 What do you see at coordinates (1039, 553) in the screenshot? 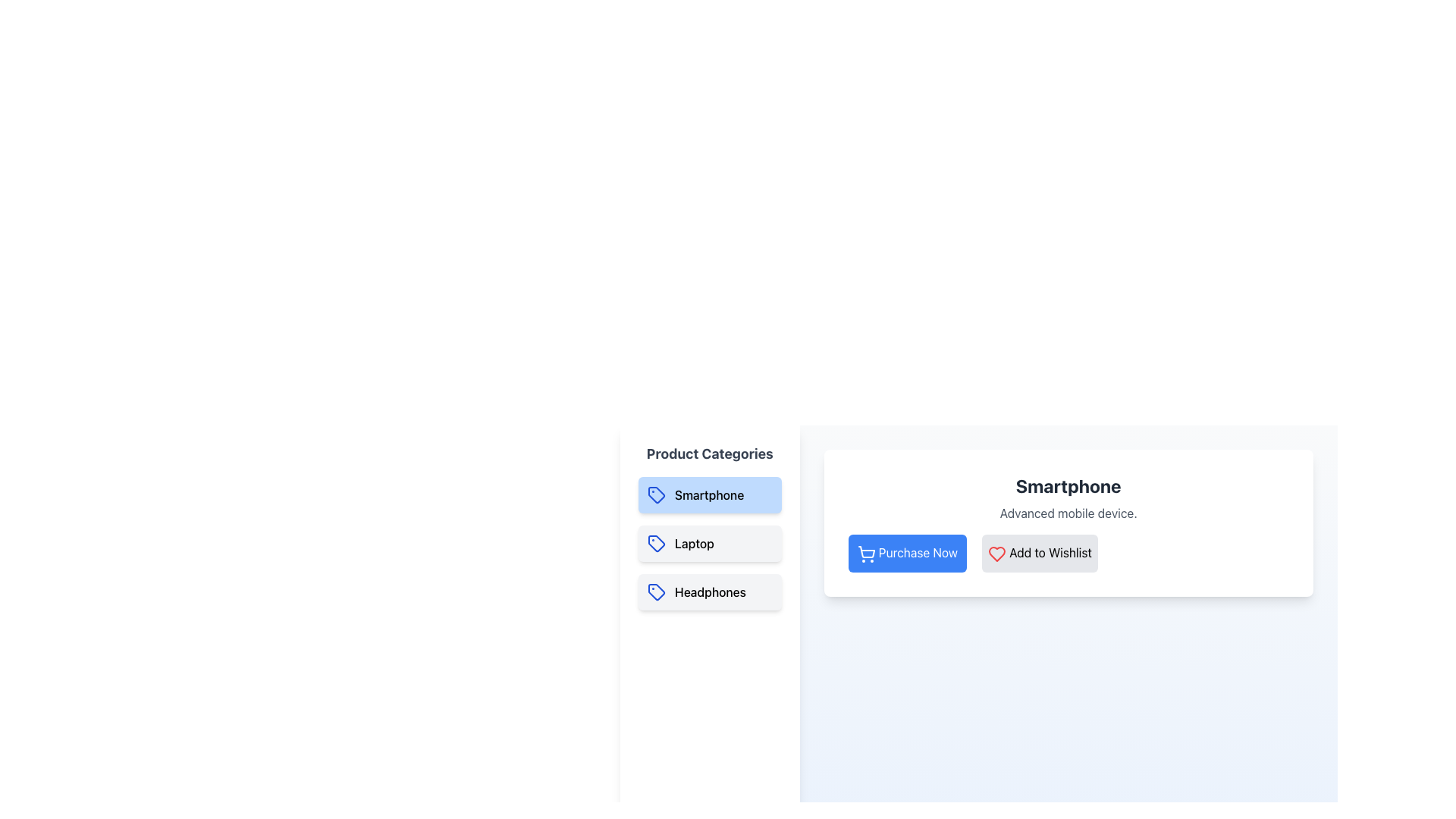
I see `the second button in the horizontally-aligned pair of buttons within the white card` at bounding box center [1039, 553].